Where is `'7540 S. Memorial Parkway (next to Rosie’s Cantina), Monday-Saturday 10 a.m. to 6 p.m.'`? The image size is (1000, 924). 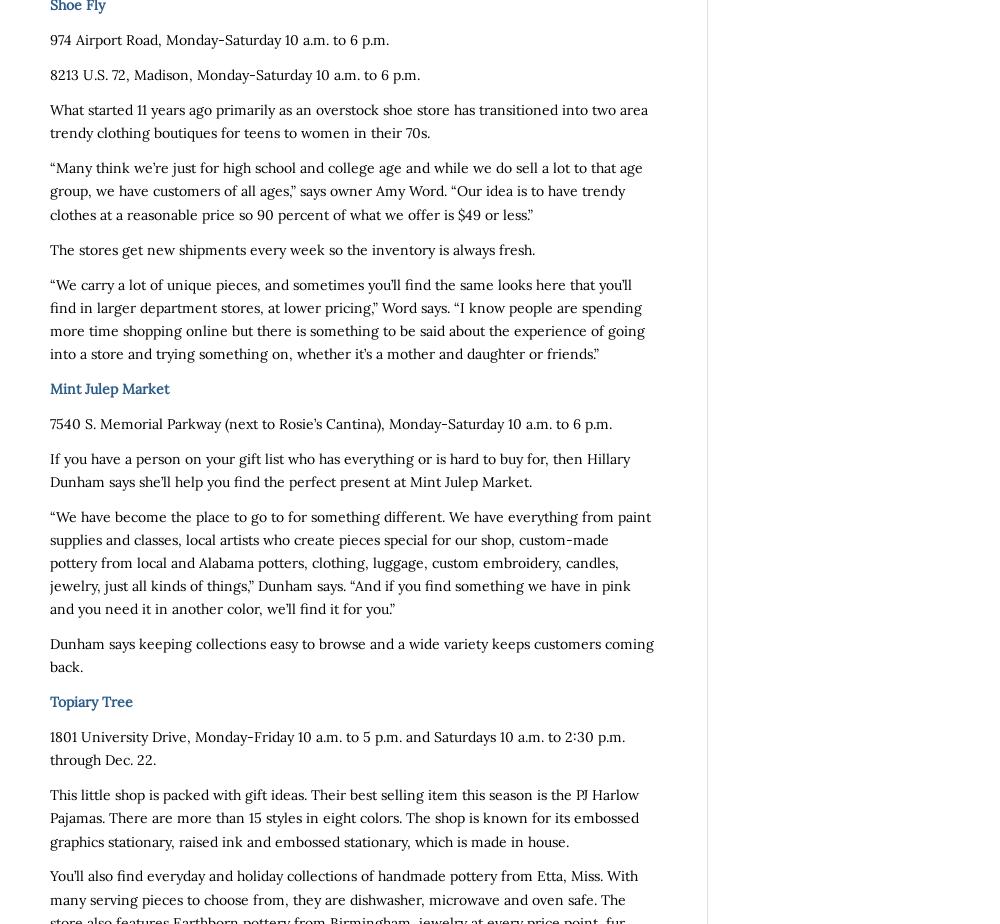
'7540 S. Memorial Parkway (next to Rosie’s Cantina), Monday-Saturday 10 a.m. to 6 p.m.' is located at coordinates (330, 423).